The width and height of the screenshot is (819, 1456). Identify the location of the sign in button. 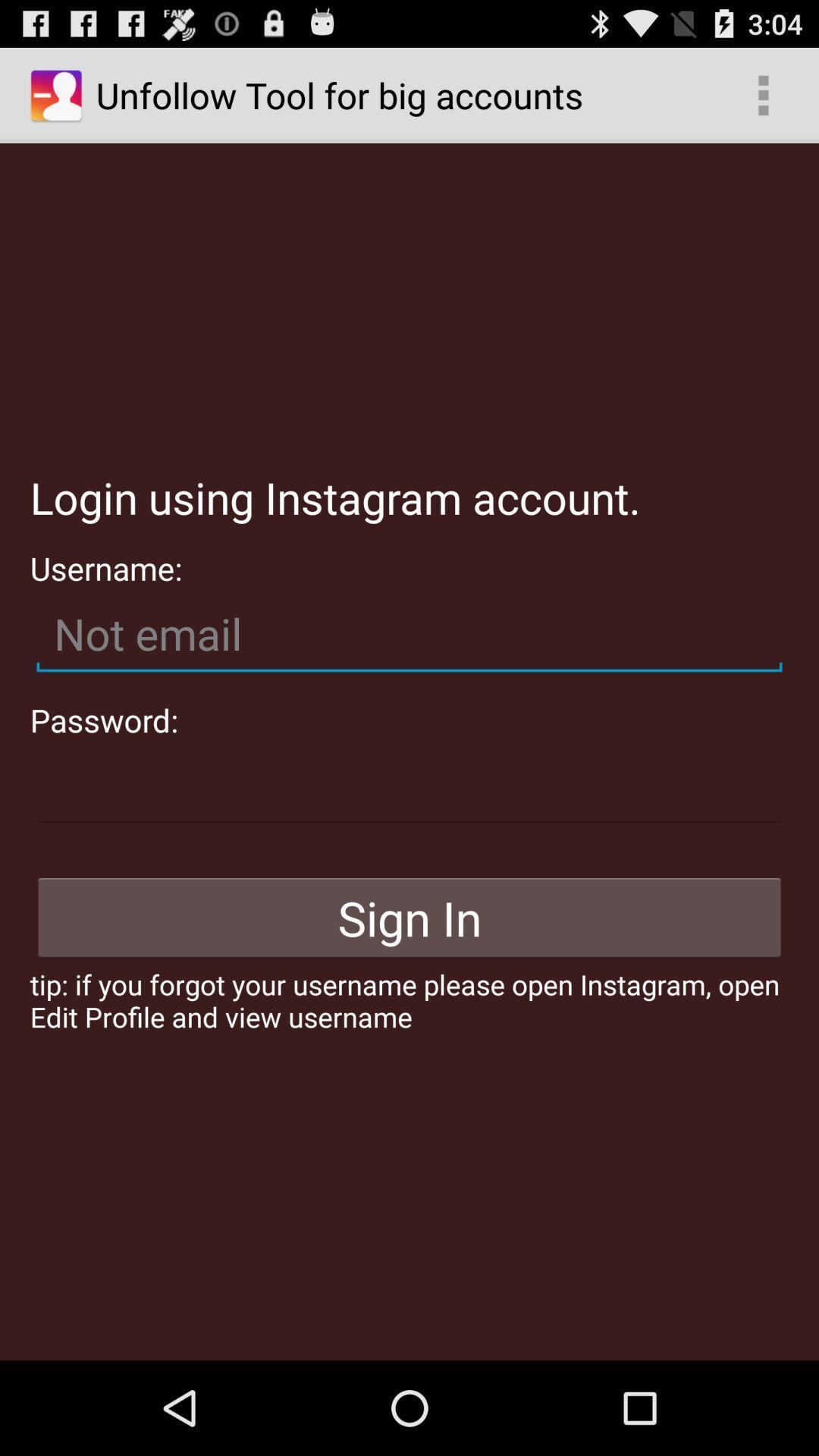
(409, 917).